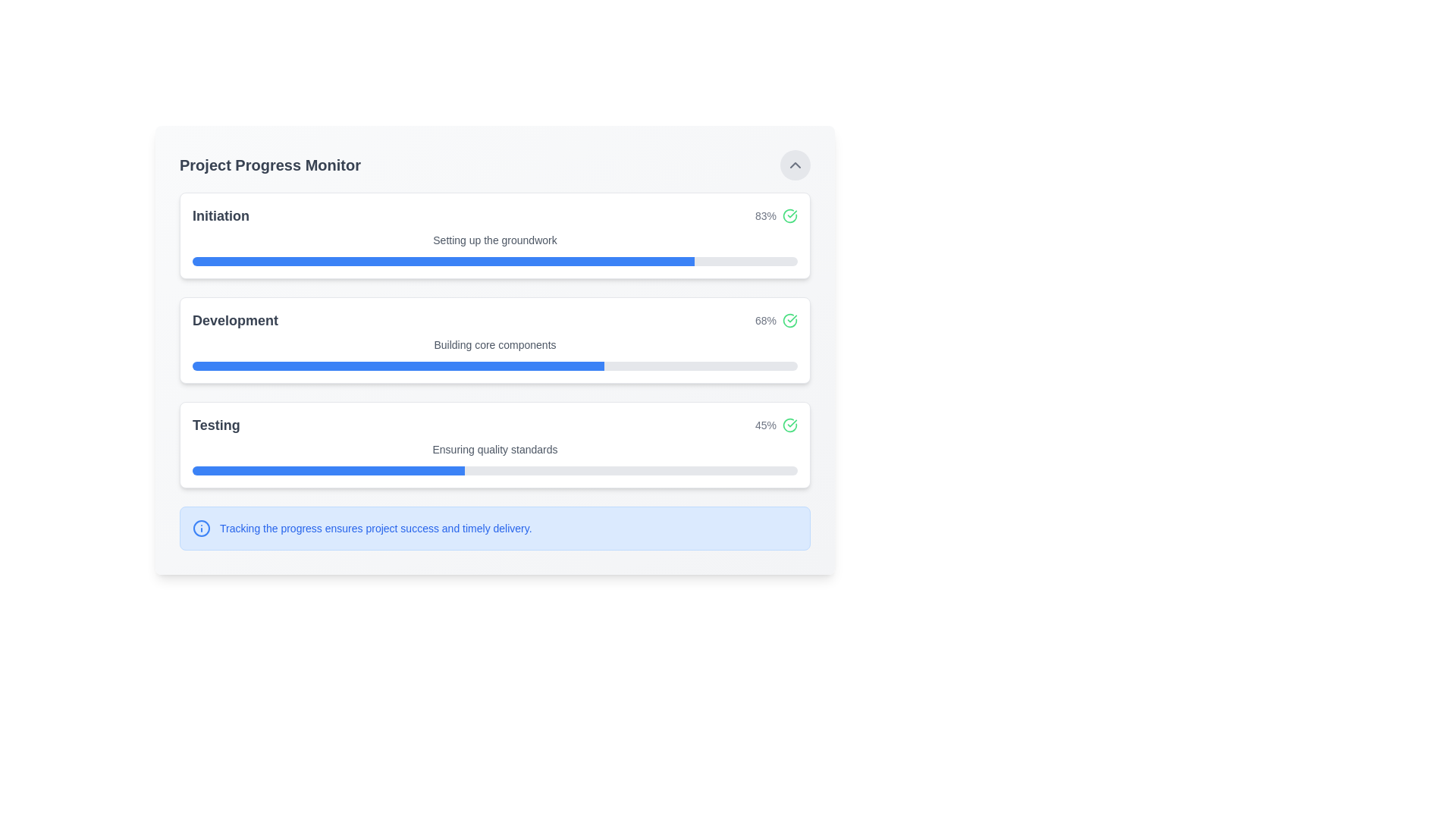  Describe the element at coordinates (494, 449) in the screenshot. I see `static text label that says 'Ensuring quality standards', which is styled in small gray font and located under the 'Testing' heading in the progress card` at that location.